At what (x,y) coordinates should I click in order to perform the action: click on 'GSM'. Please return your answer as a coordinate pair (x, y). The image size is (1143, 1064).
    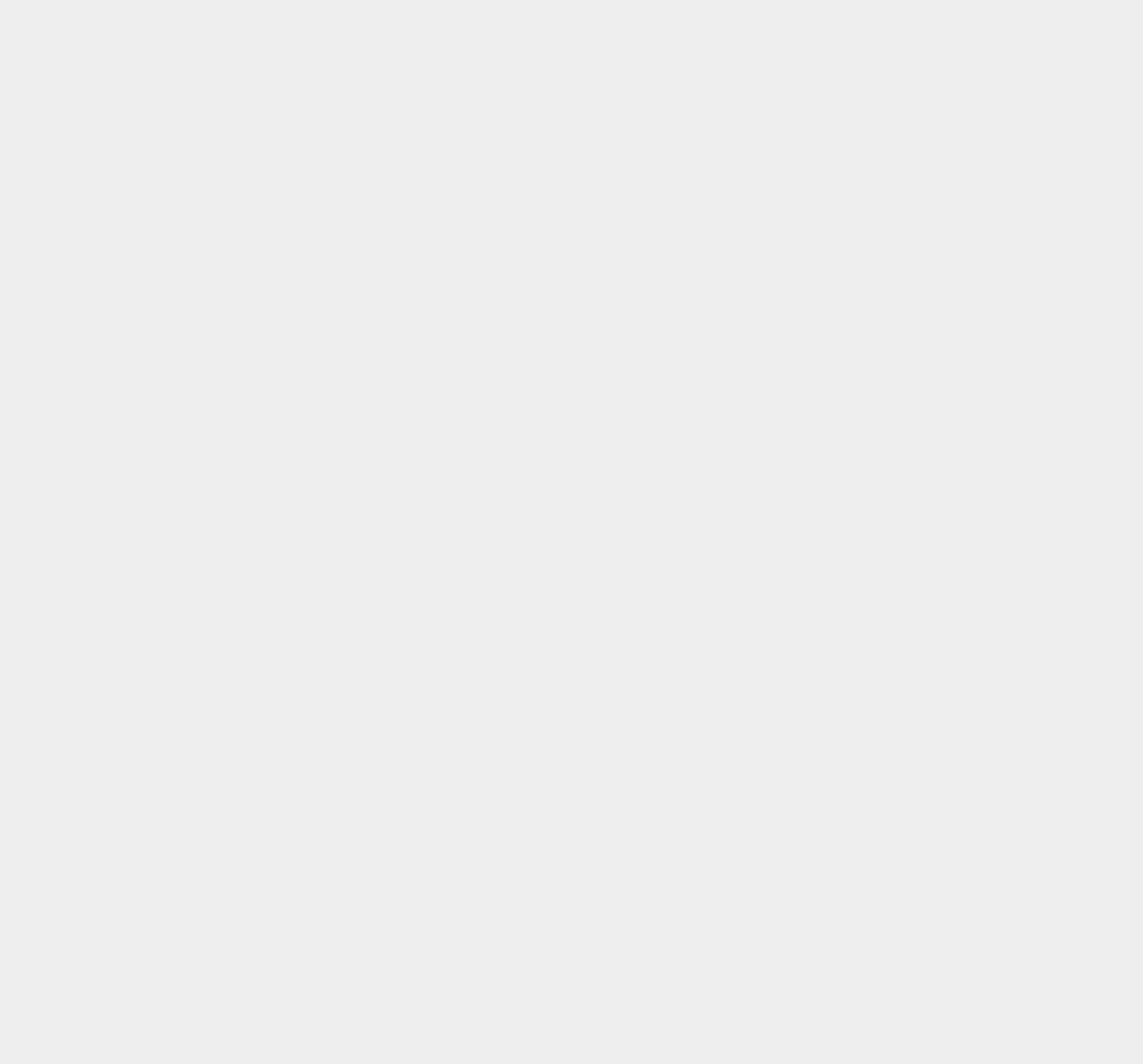
    Looking at the image, I should click on (822, 305).